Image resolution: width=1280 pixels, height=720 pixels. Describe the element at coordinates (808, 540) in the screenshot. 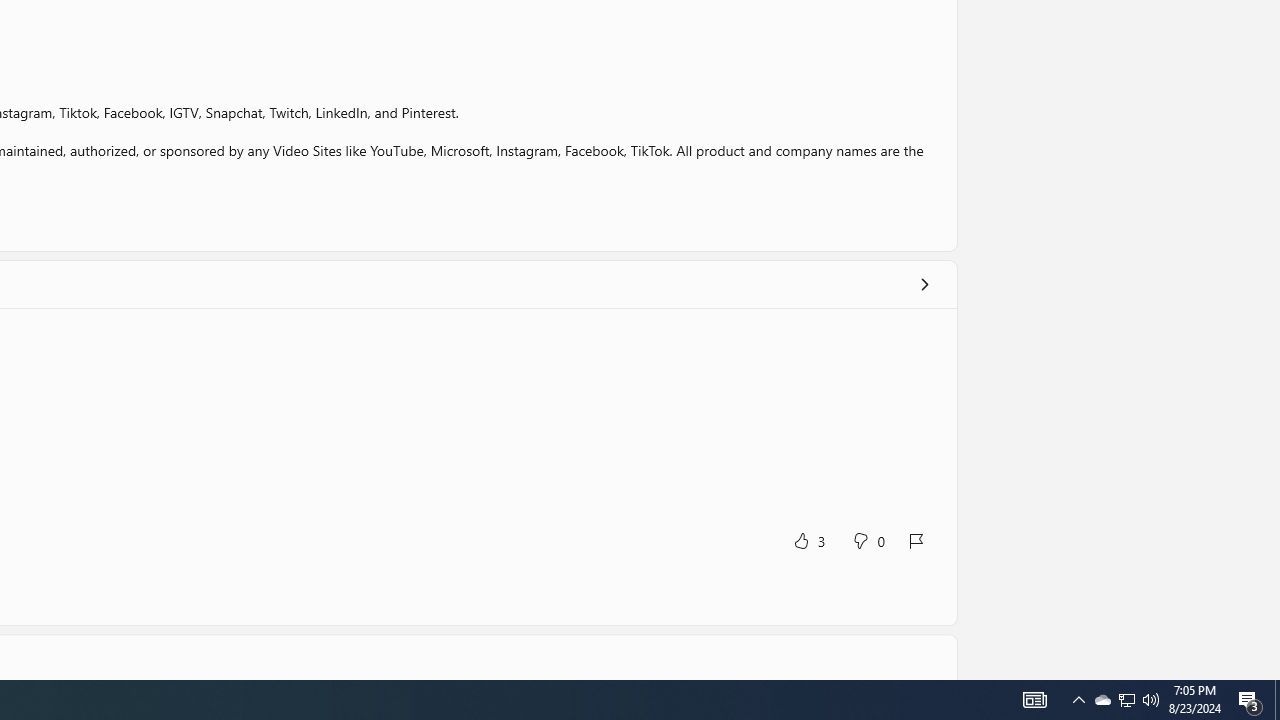

I see `'Yes, this was helpful. 3 votes.'` at that location.